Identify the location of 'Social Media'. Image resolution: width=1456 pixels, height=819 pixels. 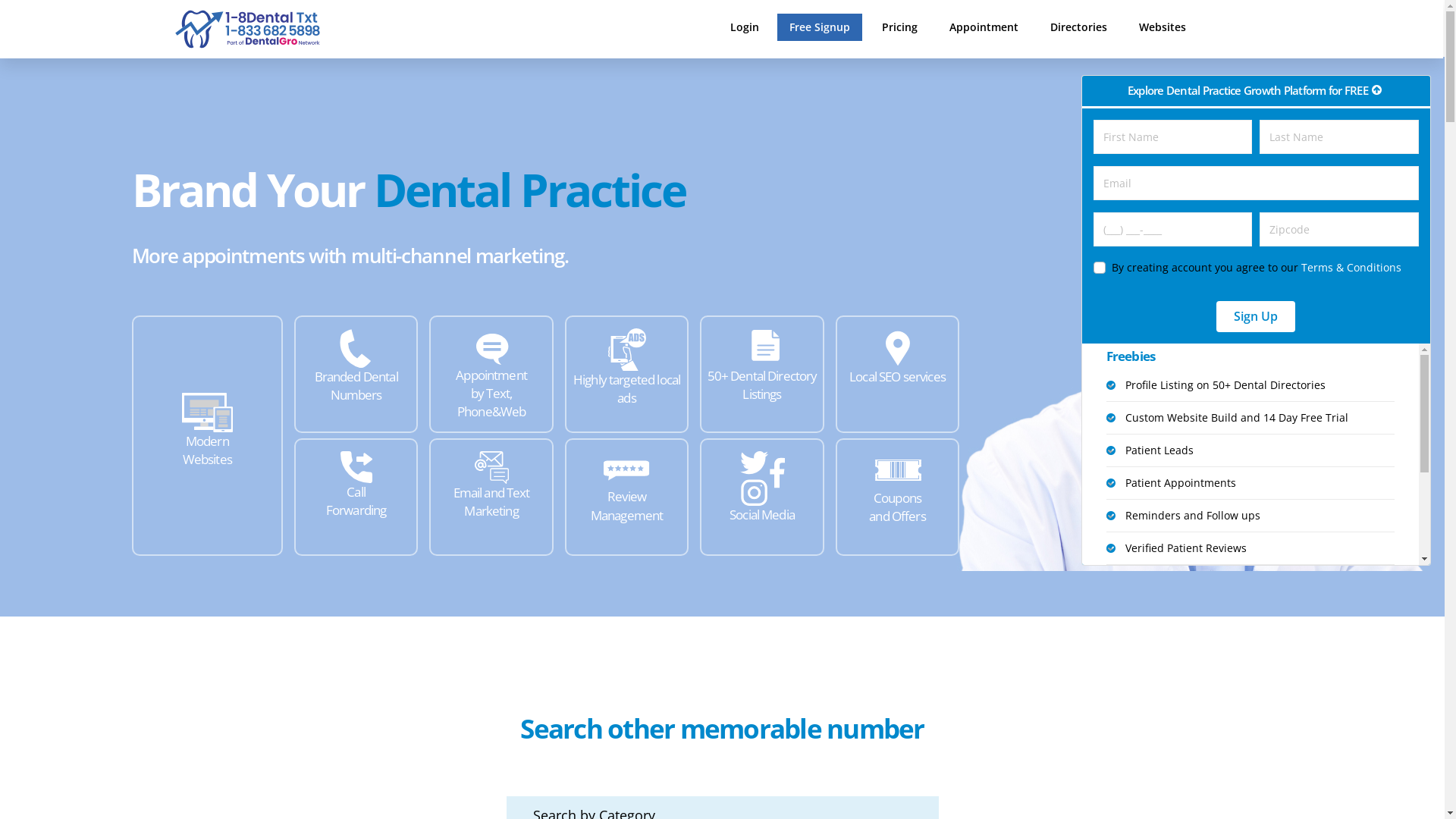
(698, 497).